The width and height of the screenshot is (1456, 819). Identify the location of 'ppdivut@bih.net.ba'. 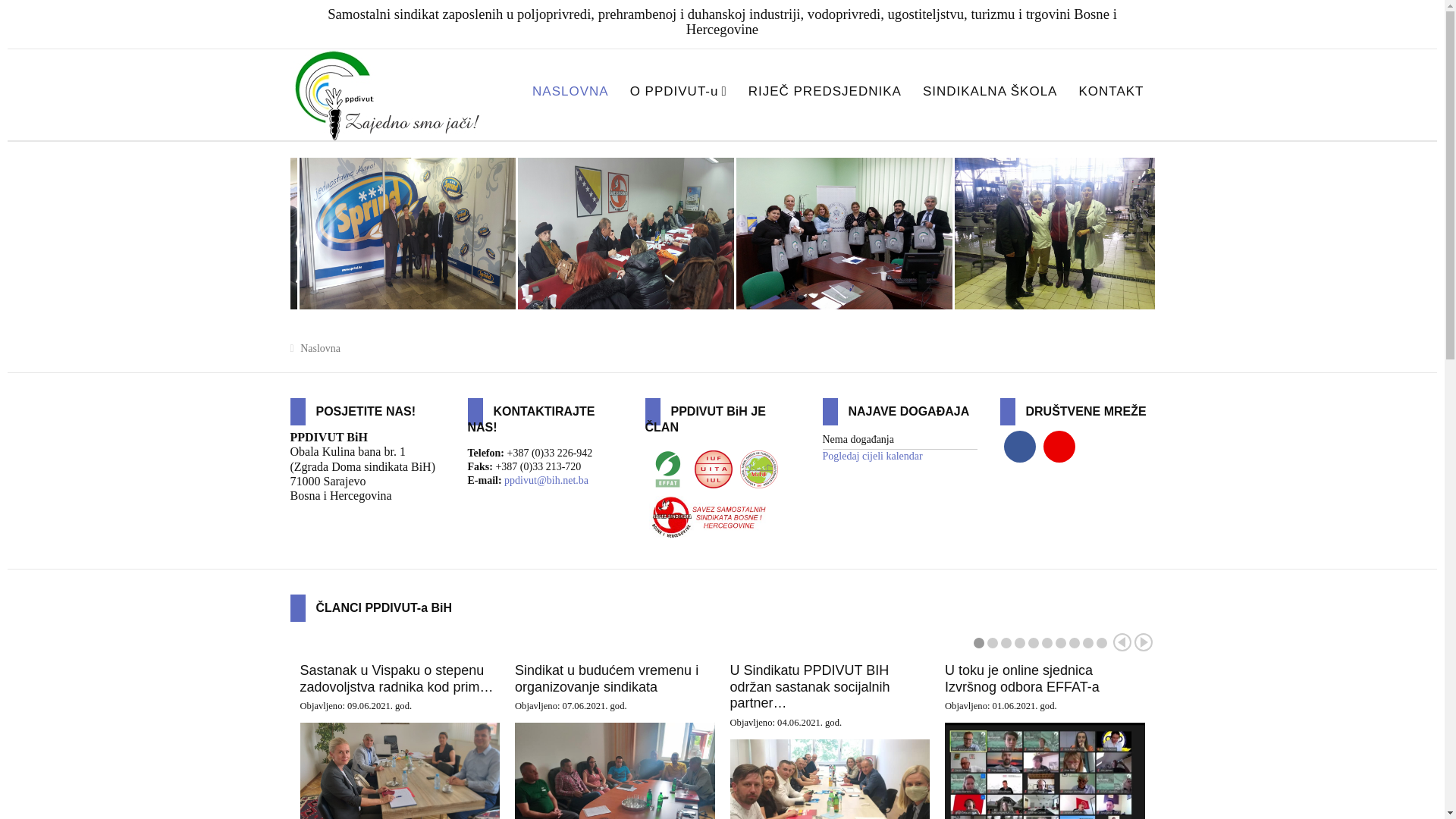
(546, 480).